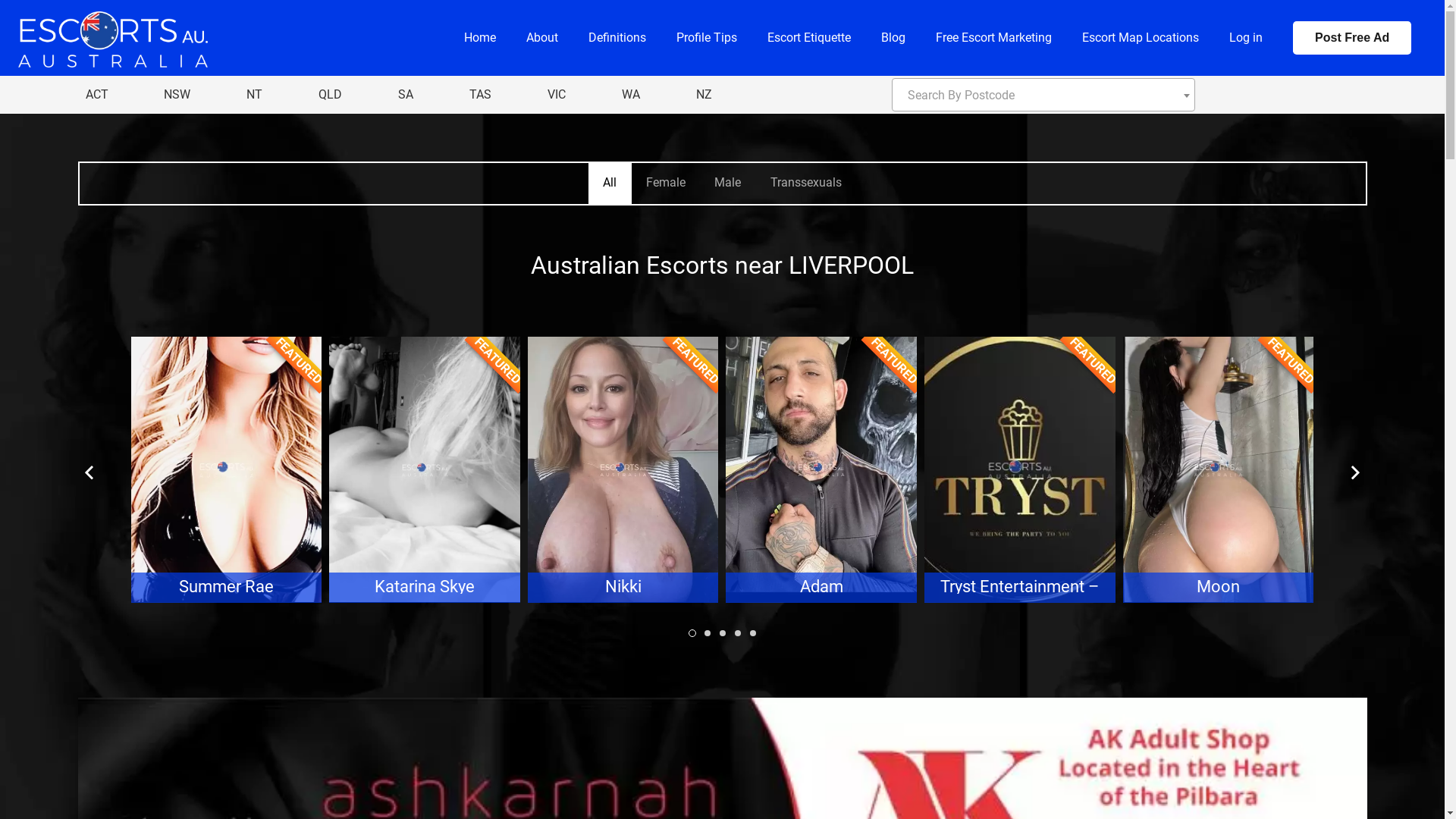 The height and width of the screenshot is (819, 1456). What do you see at coordinates (95, 94) in the screenshot?
I see `'ACT'` at bounding box center [95, 94].